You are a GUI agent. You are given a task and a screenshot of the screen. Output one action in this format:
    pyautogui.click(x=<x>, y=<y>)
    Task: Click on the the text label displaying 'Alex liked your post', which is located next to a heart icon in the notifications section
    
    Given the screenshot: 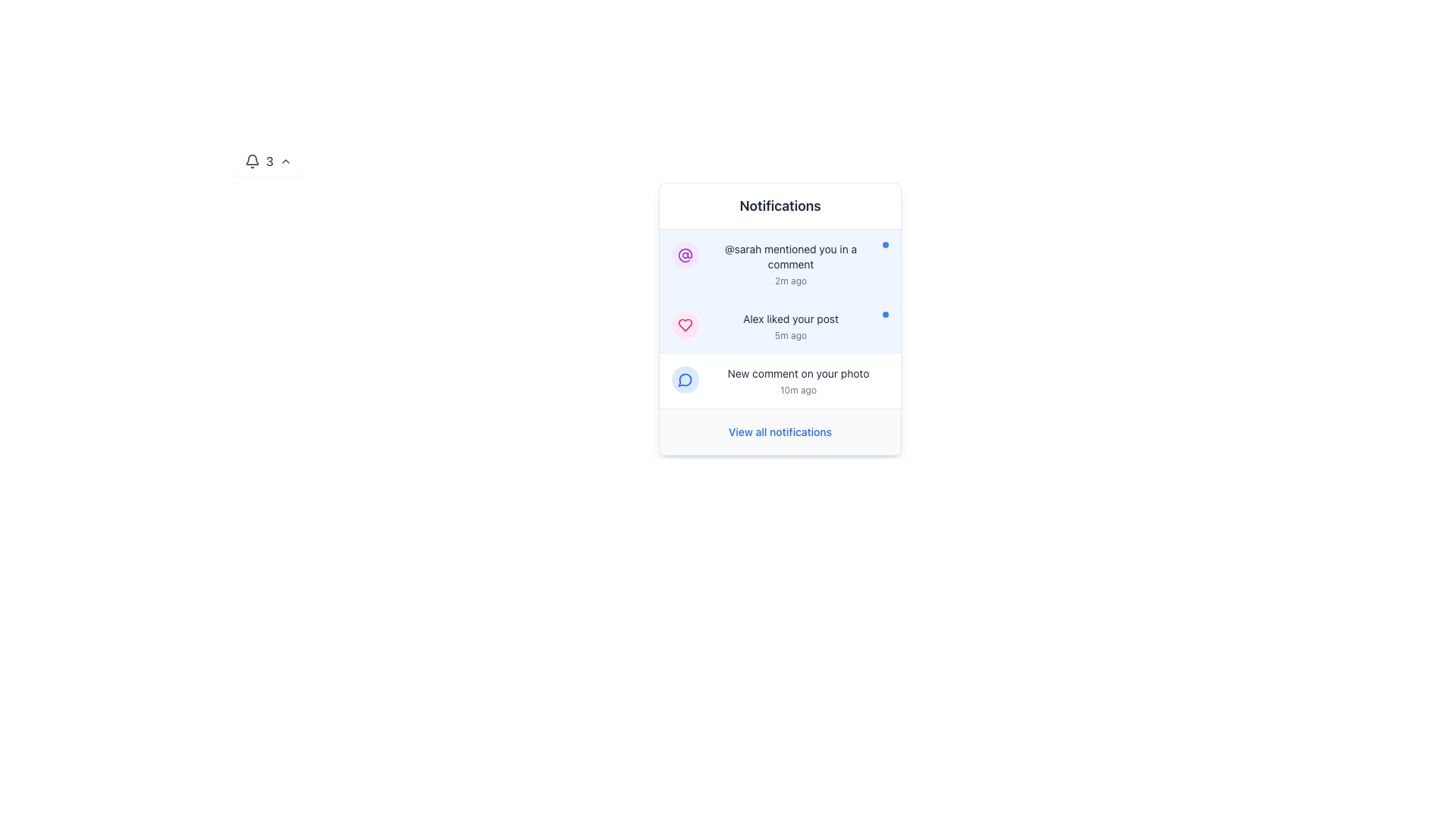 What is the action you would take?
    pyautogui.click(x=789, y=318)
    